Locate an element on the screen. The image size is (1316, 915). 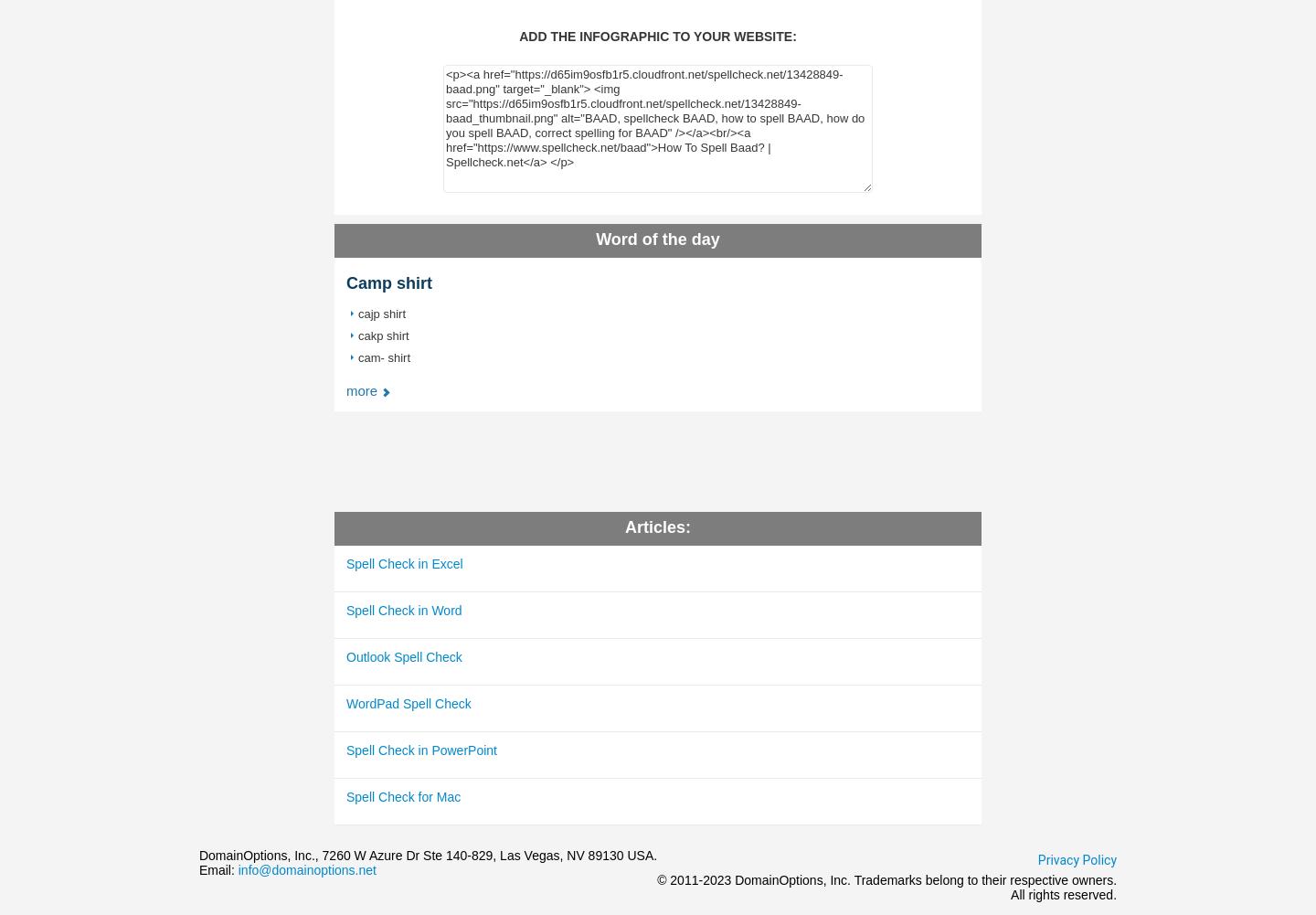
'DomainOptions, Inc., 7260 W Azure Dr Ste 140-829, Las Vegas, NV 89130 USA.' is located at coordinates (428, 855).